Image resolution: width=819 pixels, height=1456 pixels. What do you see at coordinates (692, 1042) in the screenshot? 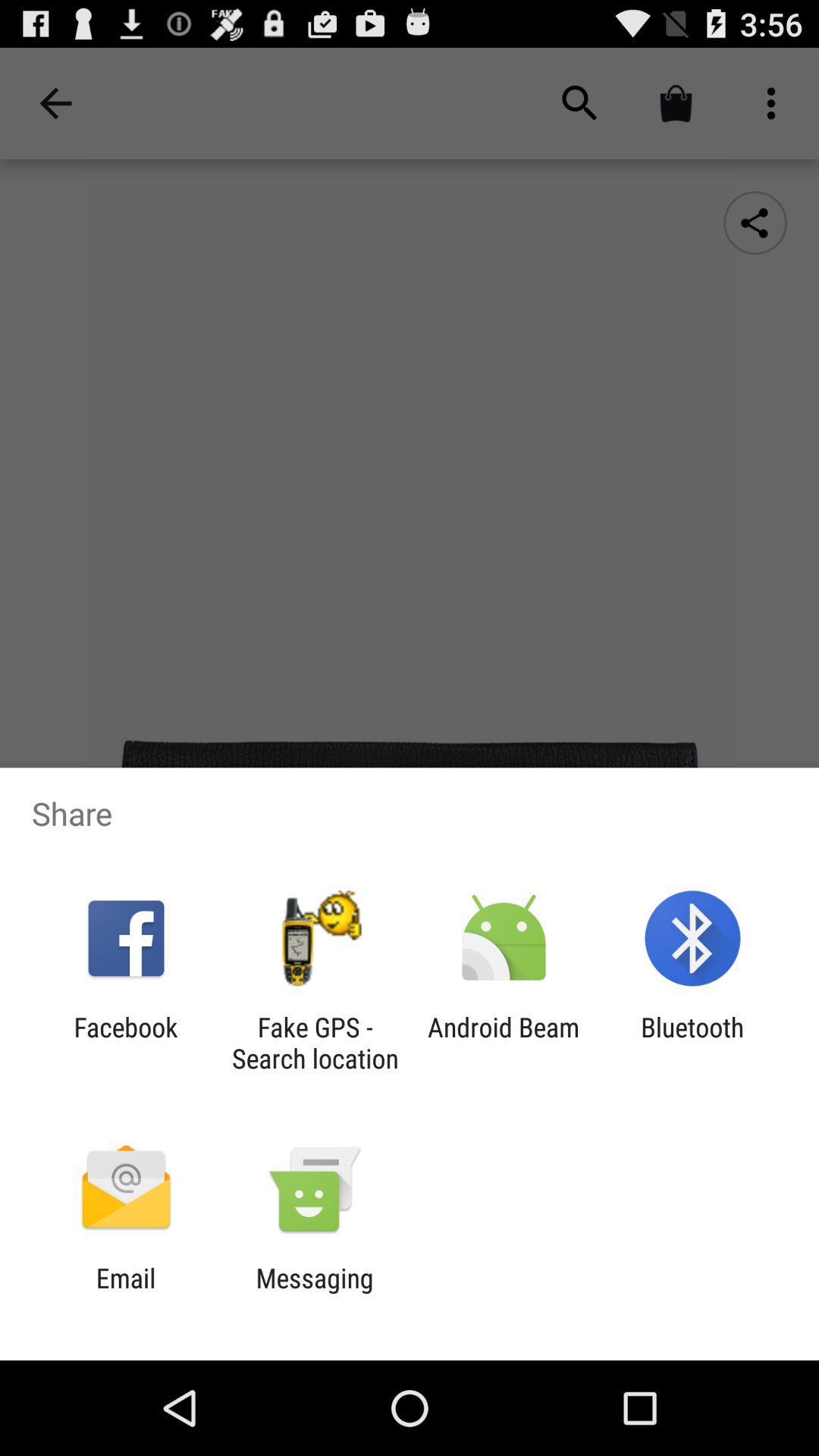
I see `the app next to the android beam app` at bounding box center [692, 1042].